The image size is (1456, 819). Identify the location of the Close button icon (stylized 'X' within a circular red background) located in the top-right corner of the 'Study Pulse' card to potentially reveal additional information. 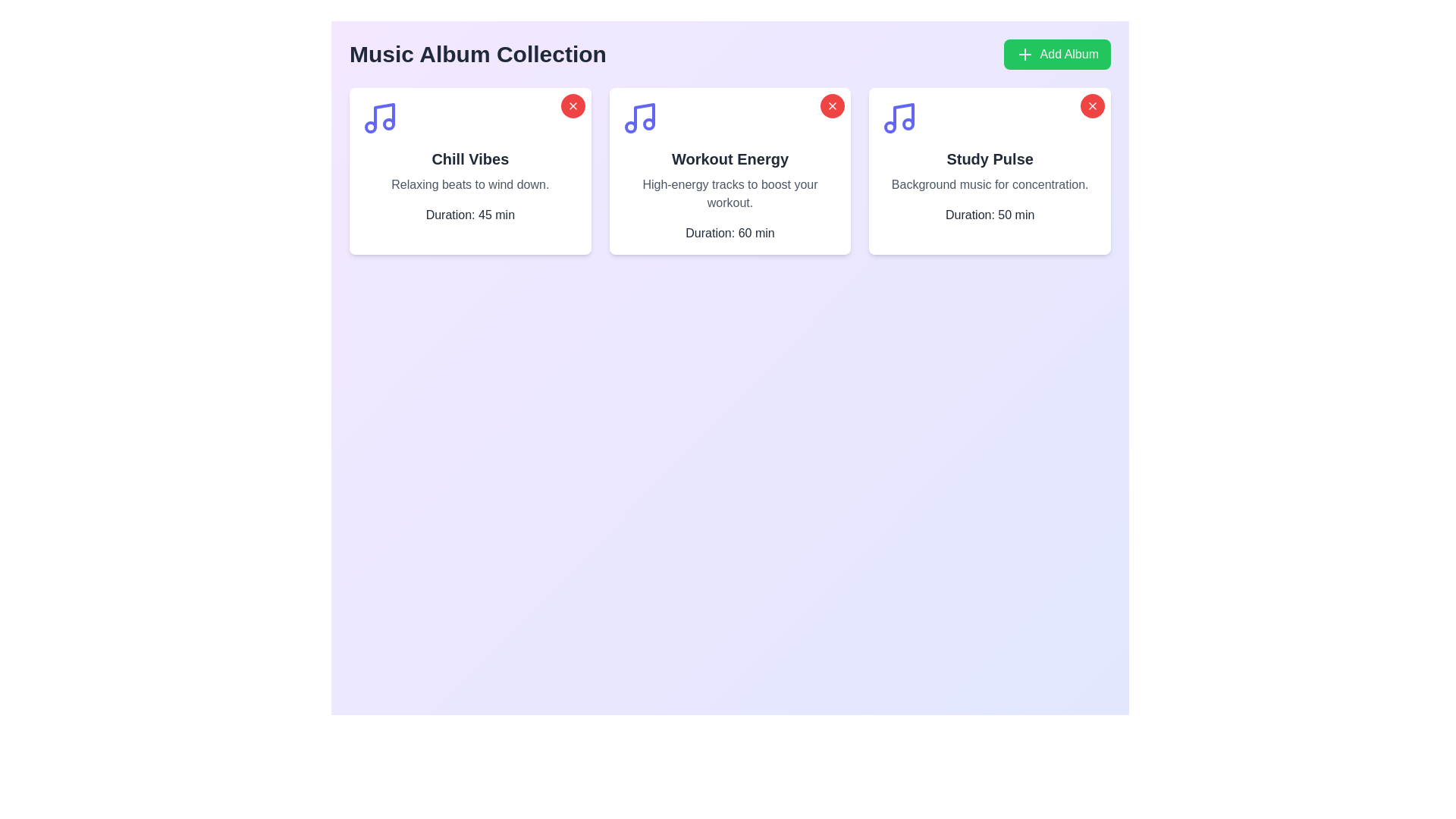
(832, 105).